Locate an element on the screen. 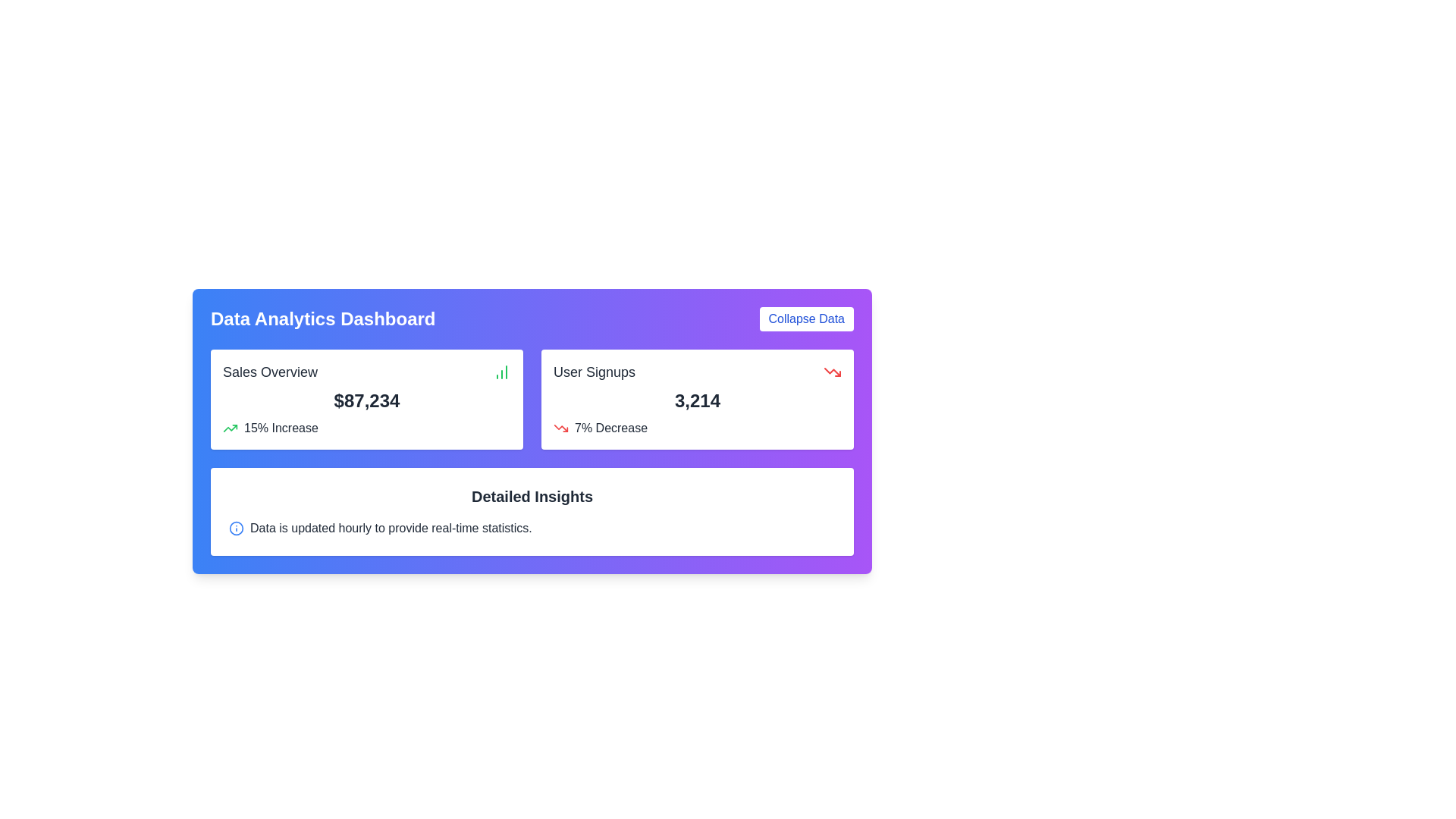  the red downward-trending arrow icon located in the 'User Signups' section, positioned to the far right of the '3,214' text is located at coordinates (832, 372).